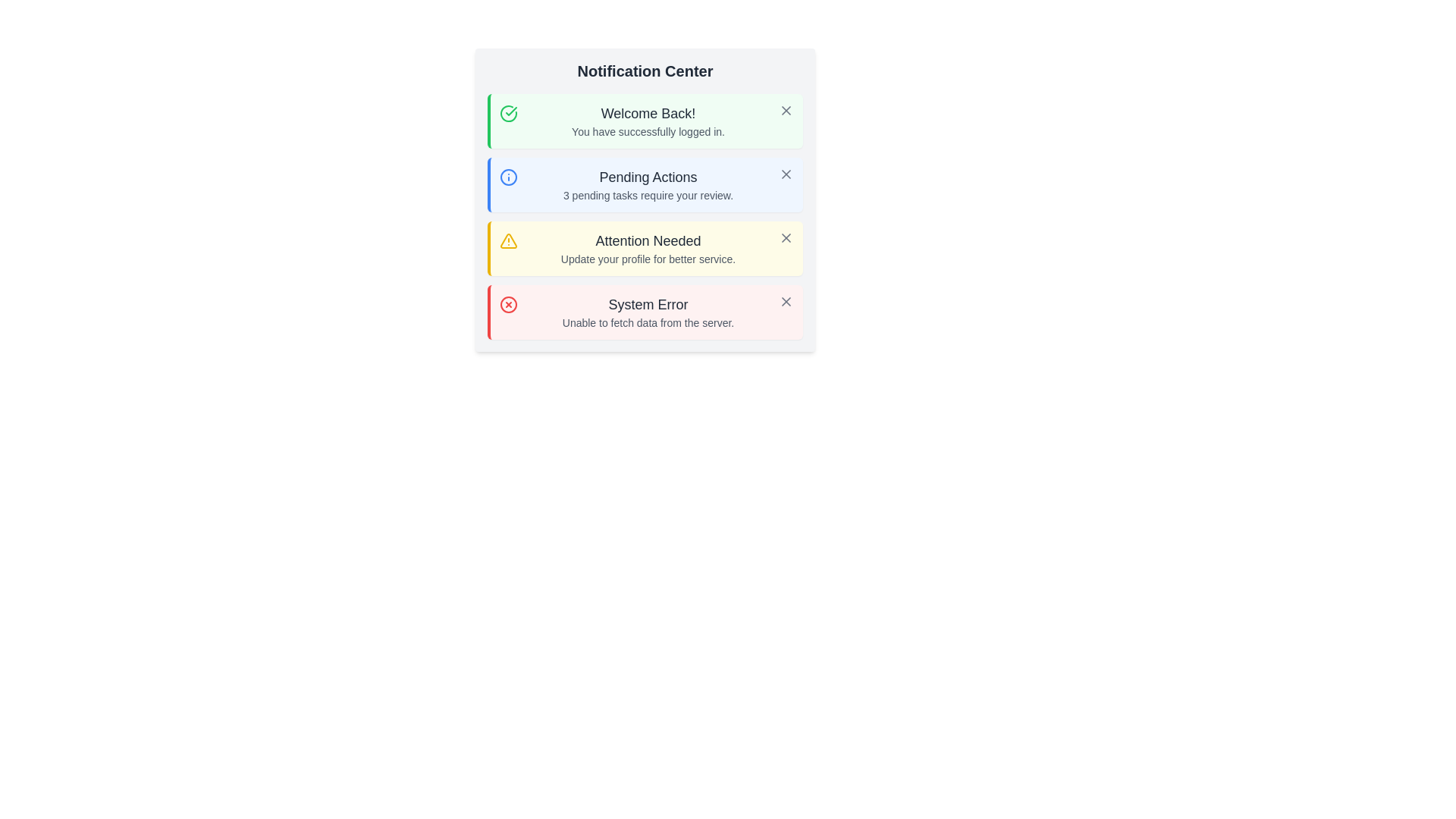 The image size is (1456, 819). Describe the element at coordinates (645, 199) in the screenshot. I see `the notification card in the second row of the 'Notification Center'` at that location.